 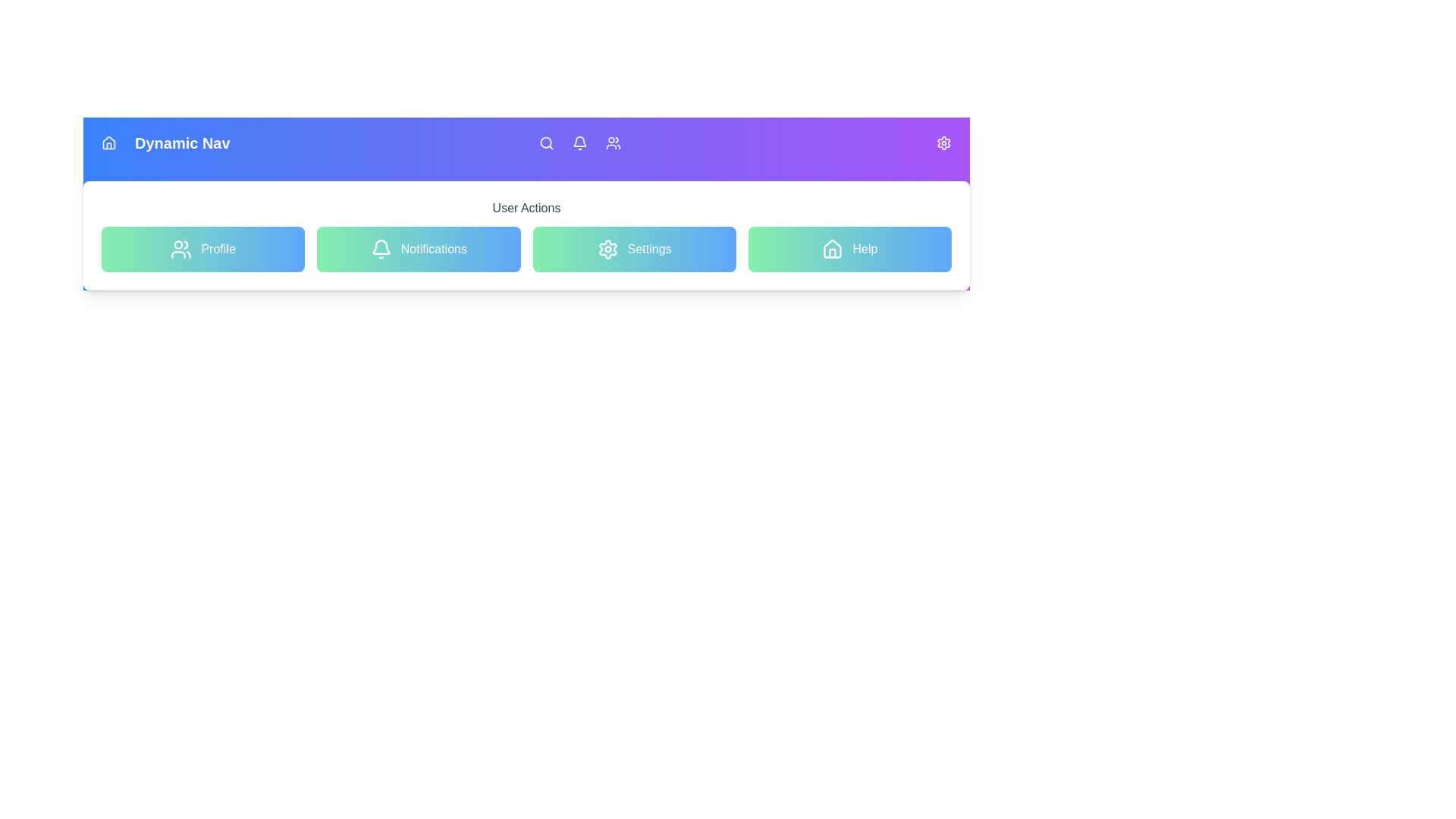 What do you see at coordinates (579, 143) in the screenshot?
I see `the icon Bell to see its hover effect` at bounding box center [579, 143].